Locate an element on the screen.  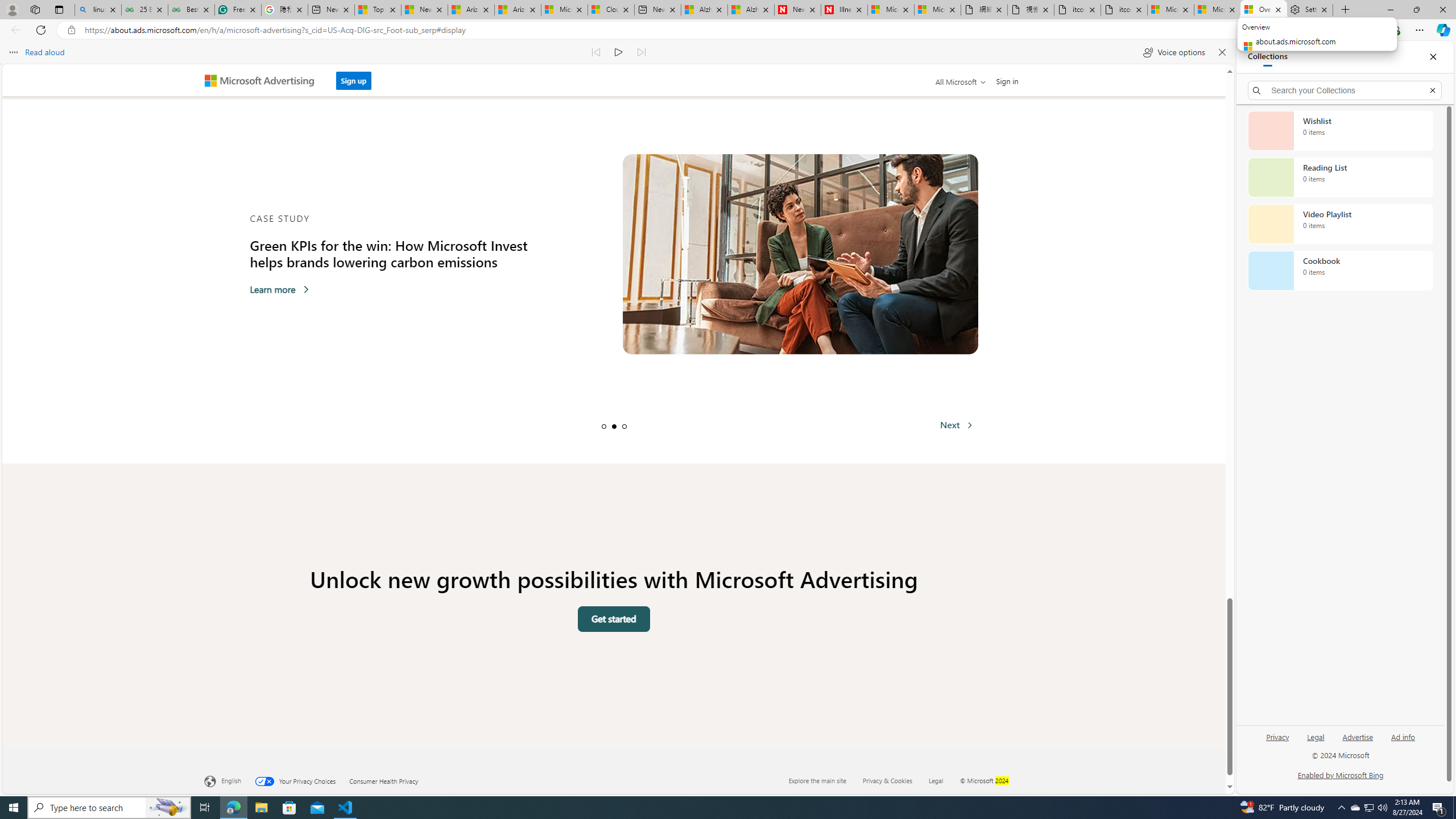
'Best SSL Certificates Provider in India - GeeksforGeeks' is located at coordinates (191, 9).